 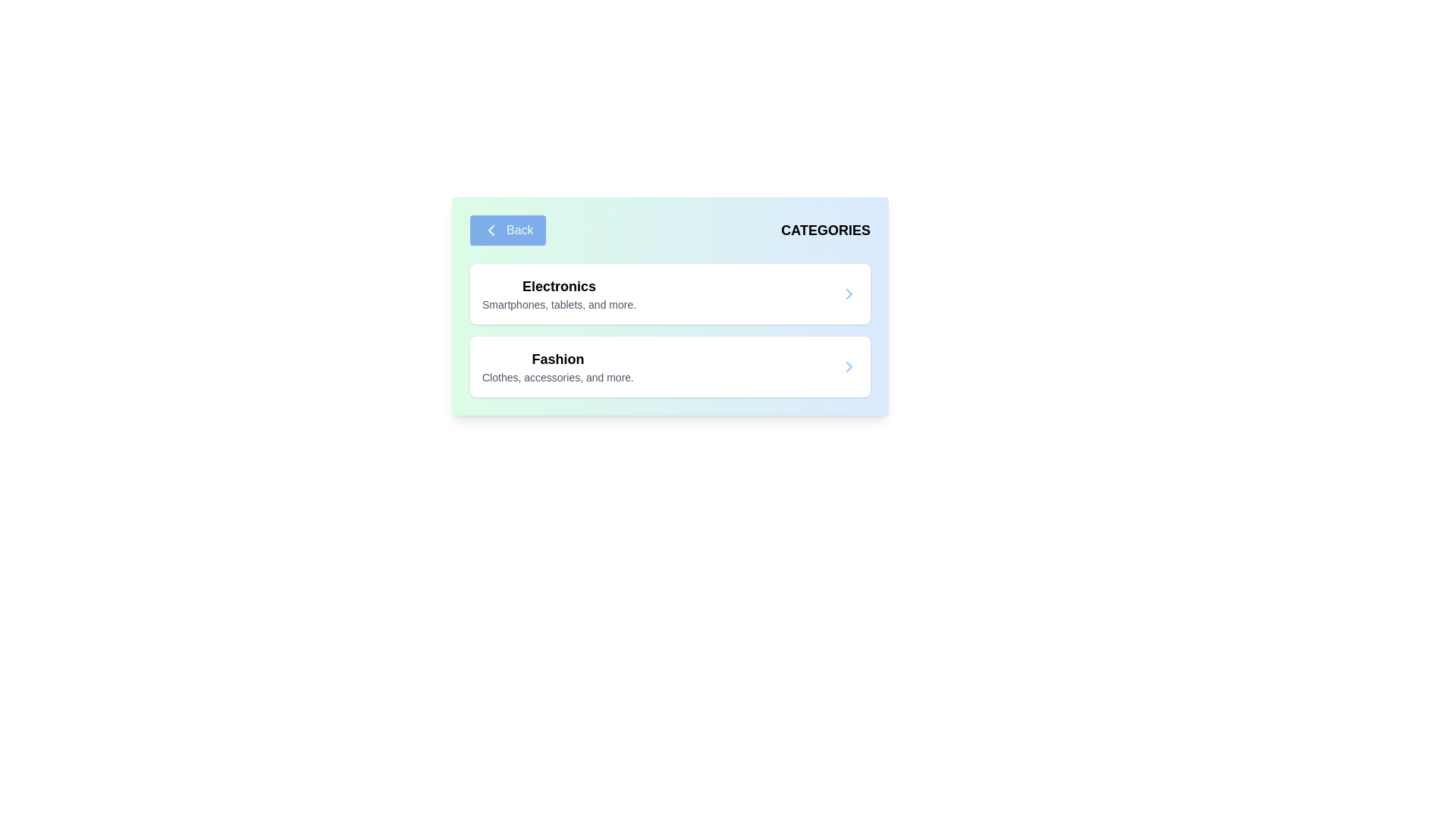 What do you see at coordinates (491, 231) in the screenshot?
I see `the backward navigation icon located at the top-left portion of the interface` at bounding box center [491, 231].